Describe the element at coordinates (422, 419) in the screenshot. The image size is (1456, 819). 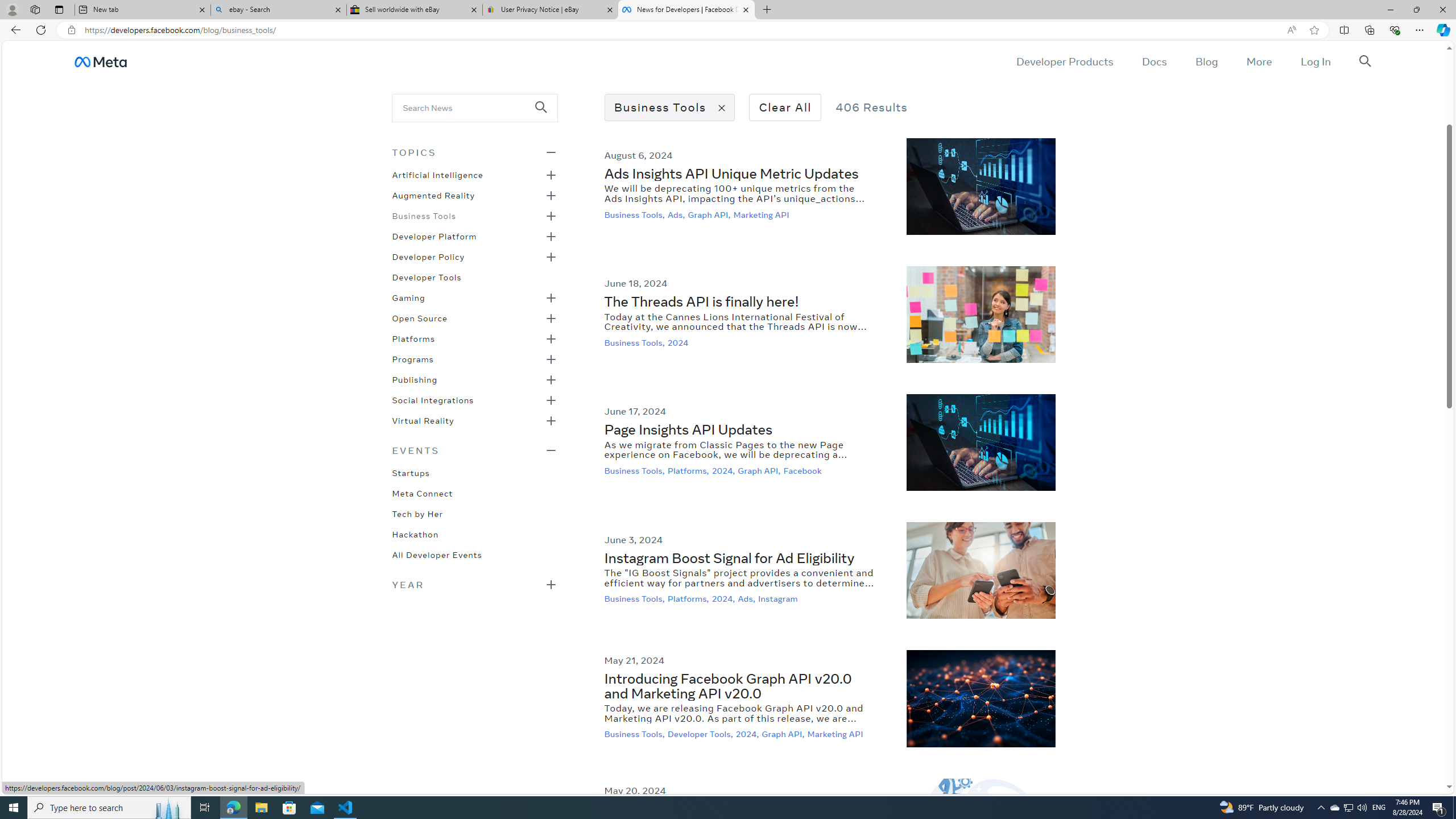
I see `'Virtual Reality'` at that location.